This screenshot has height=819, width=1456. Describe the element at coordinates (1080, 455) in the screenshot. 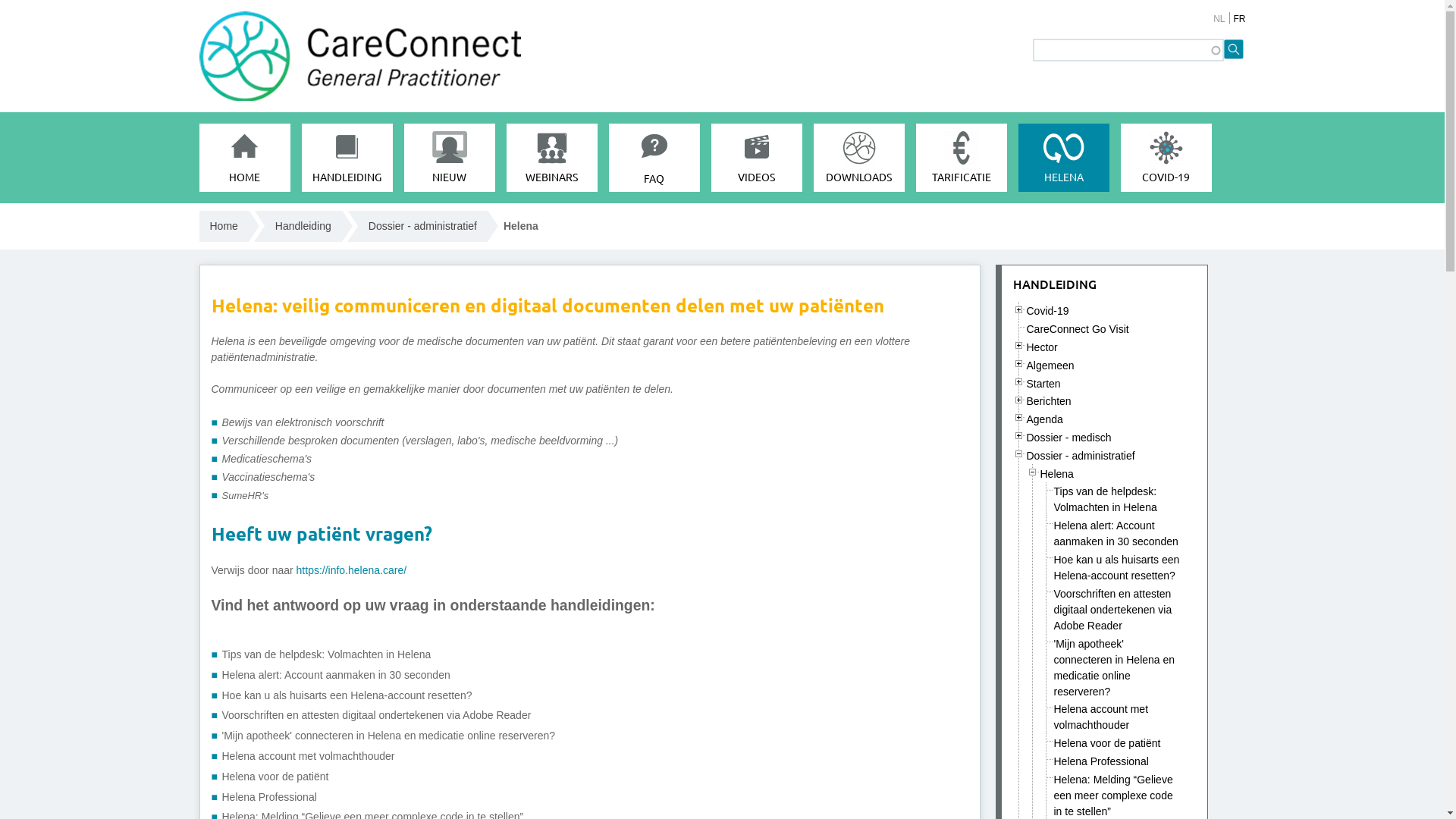

I see `'Dossier - administratief'` at that location.